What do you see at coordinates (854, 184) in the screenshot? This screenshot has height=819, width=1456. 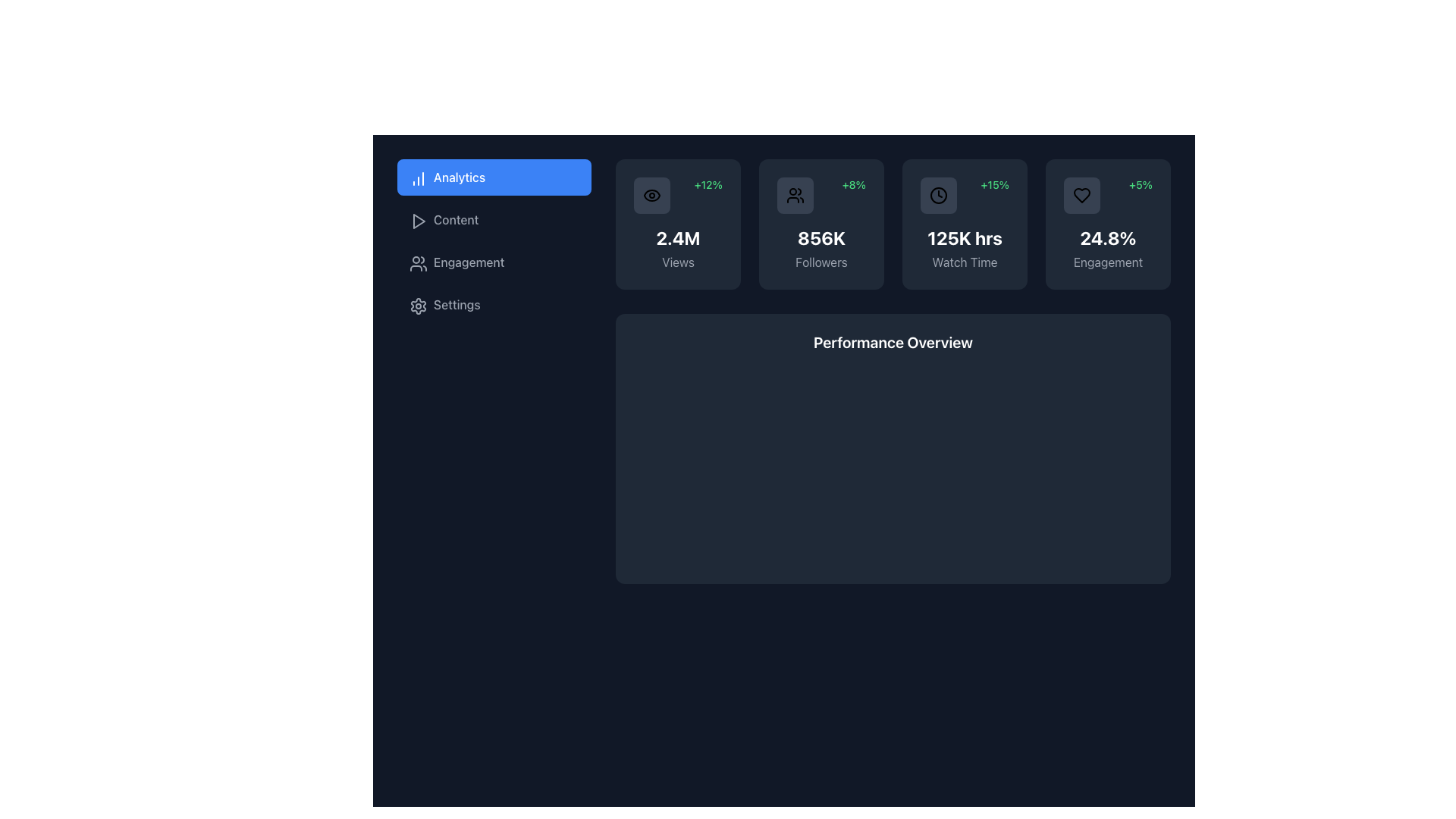 I see `the green textual label displaying '+8%' located in the top-right corner of the second card in a row of four cards` at bounding box center [854, 184].